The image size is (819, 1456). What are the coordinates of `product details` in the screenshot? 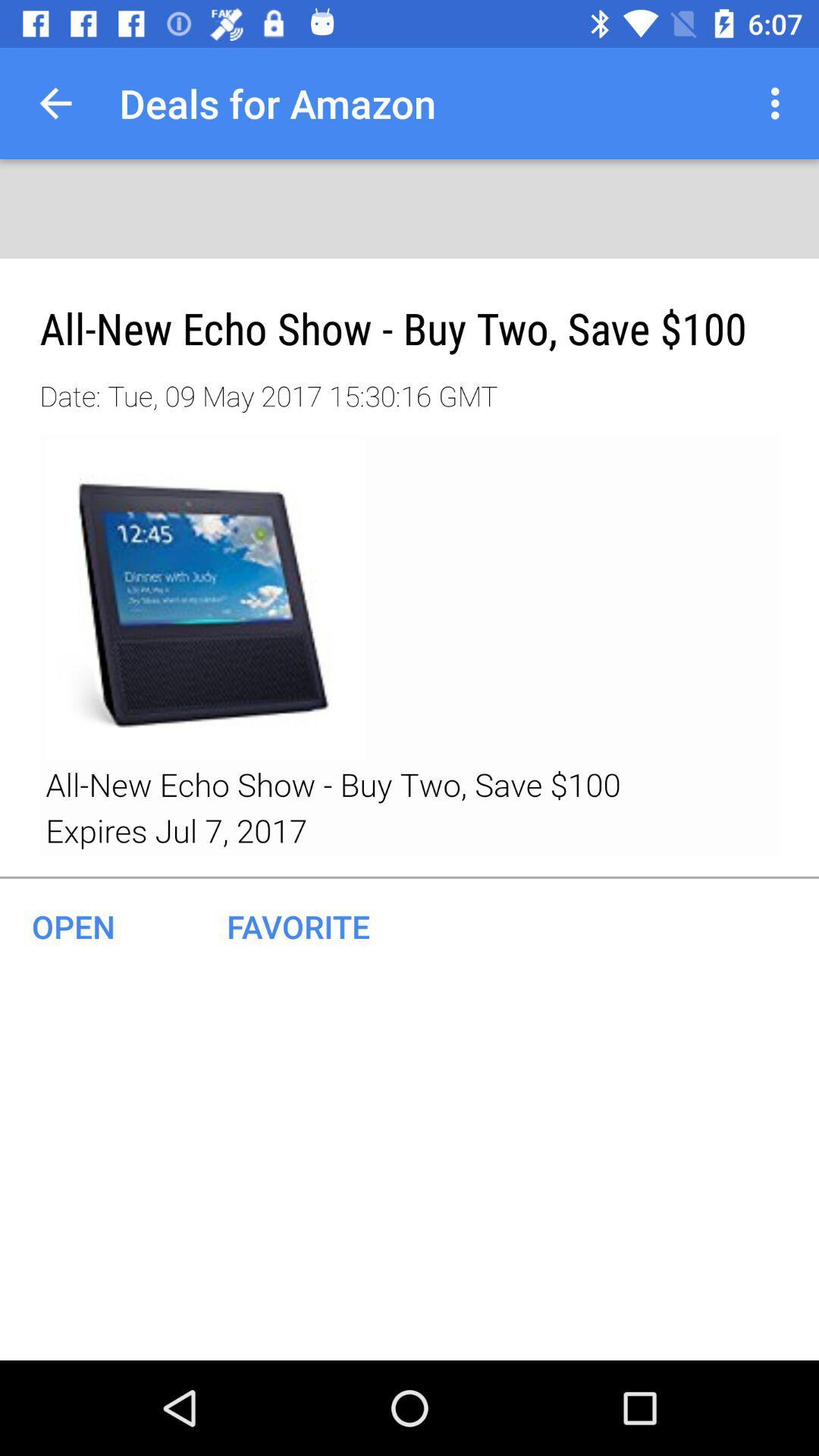 It's located at (409, 645).